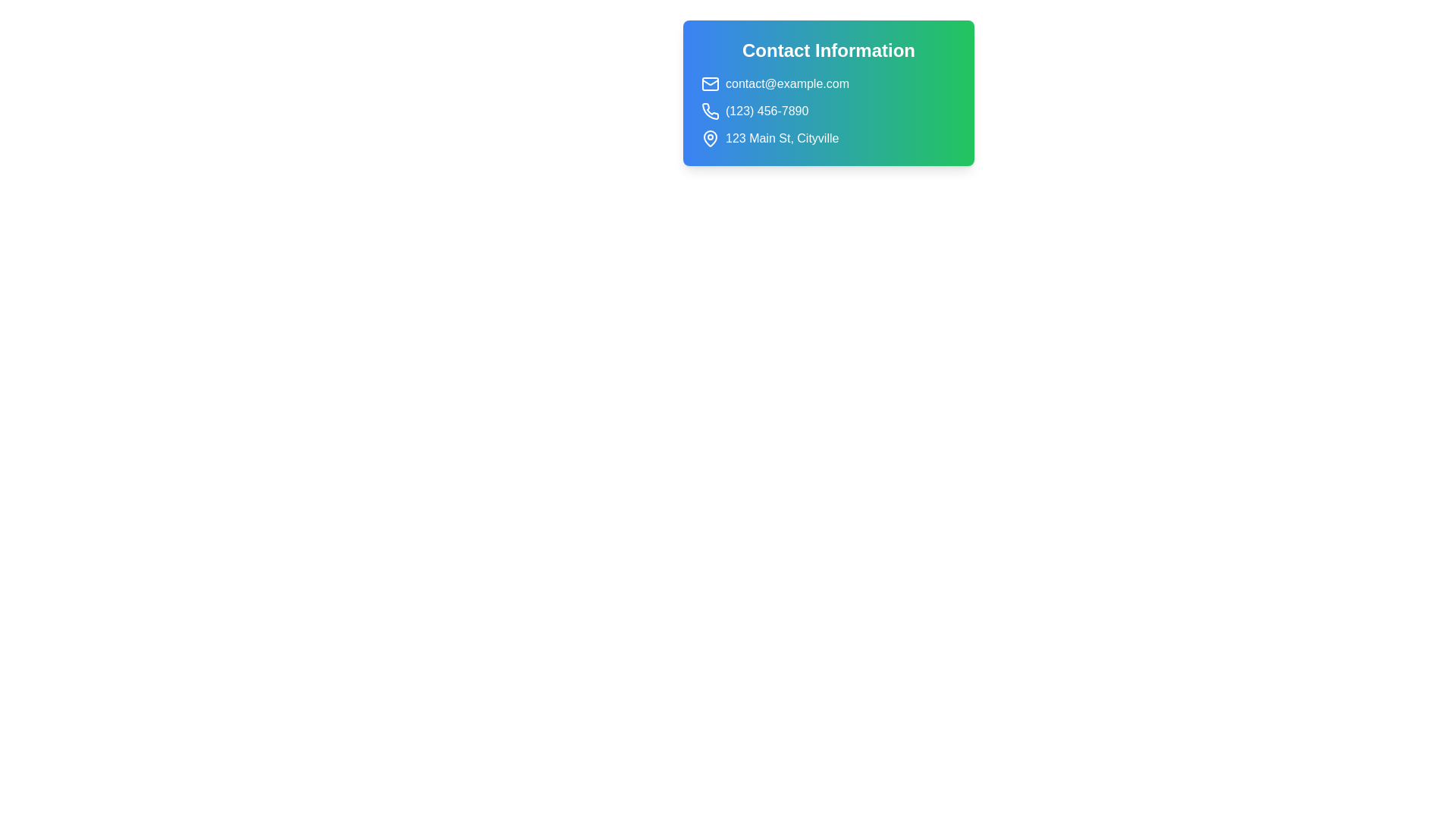 Image resolution: width=1456 pixels, height=819 pixels. I want to click on text 'Contact Information' displayed in a large, bold font at the top of the card component with a gradient background, so click(828, 49).